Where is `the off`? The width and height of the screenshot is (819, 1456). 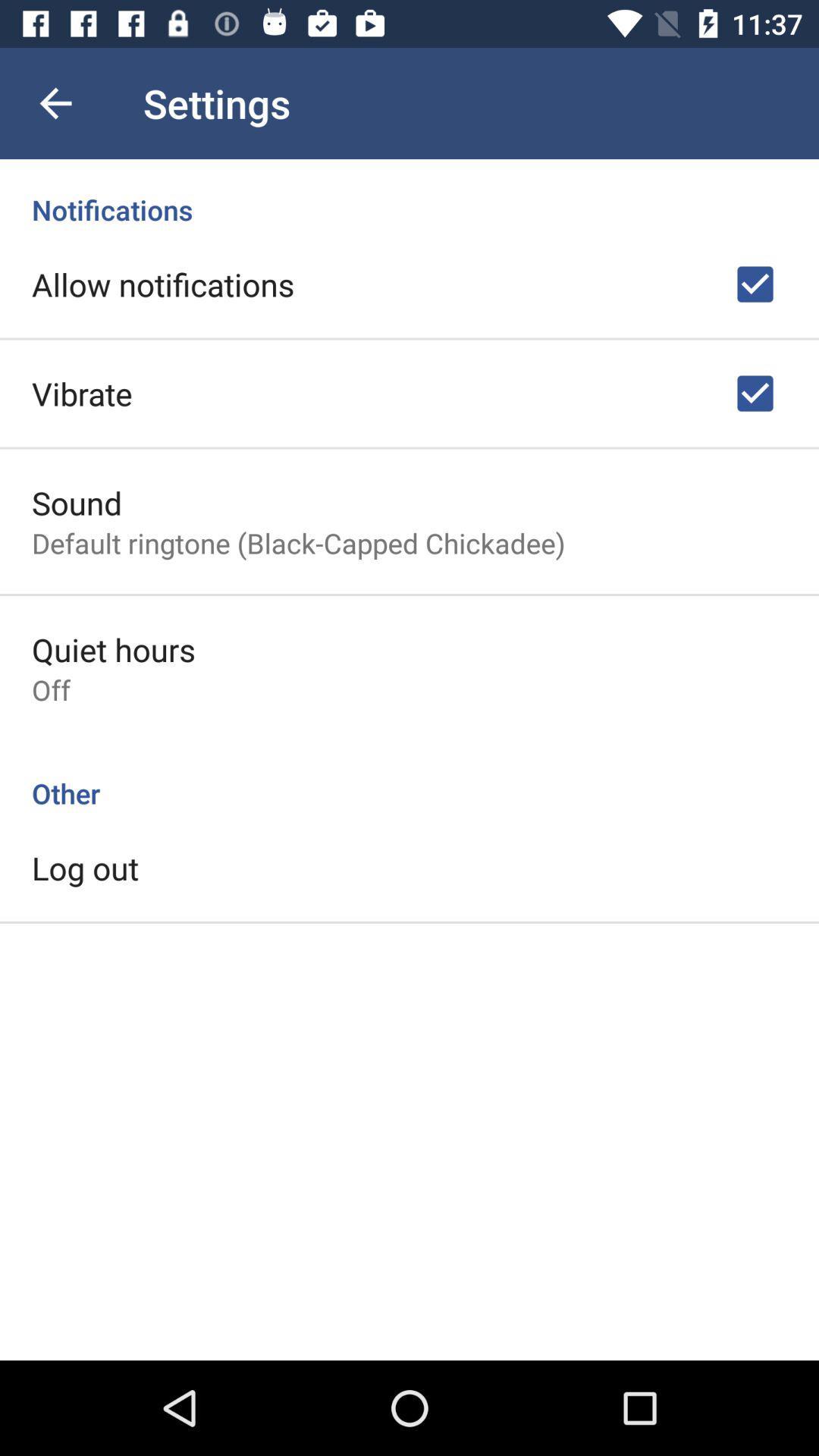
the off is located at coordinates (50, 689).